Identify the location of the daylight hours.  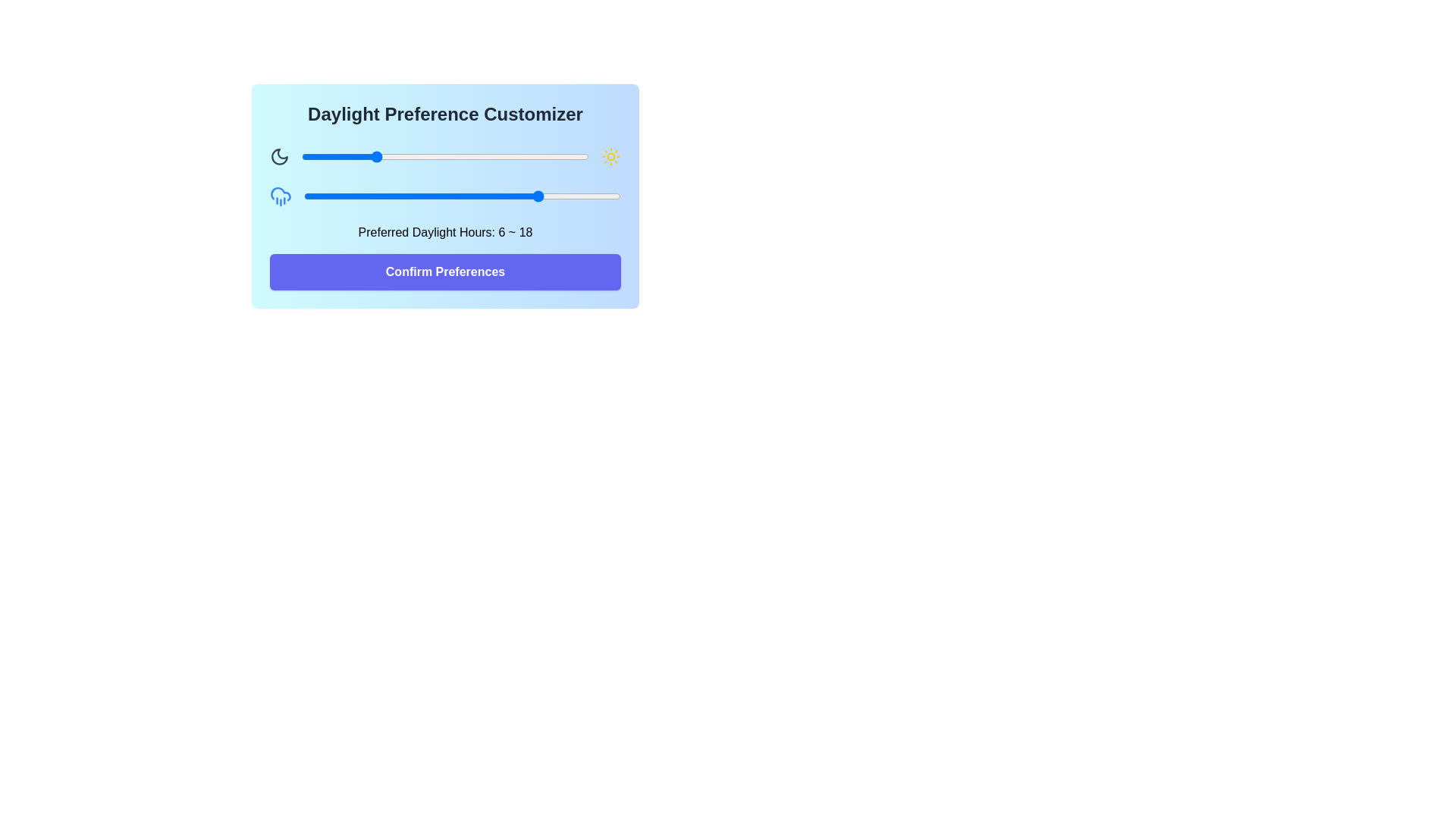
(385, 157).